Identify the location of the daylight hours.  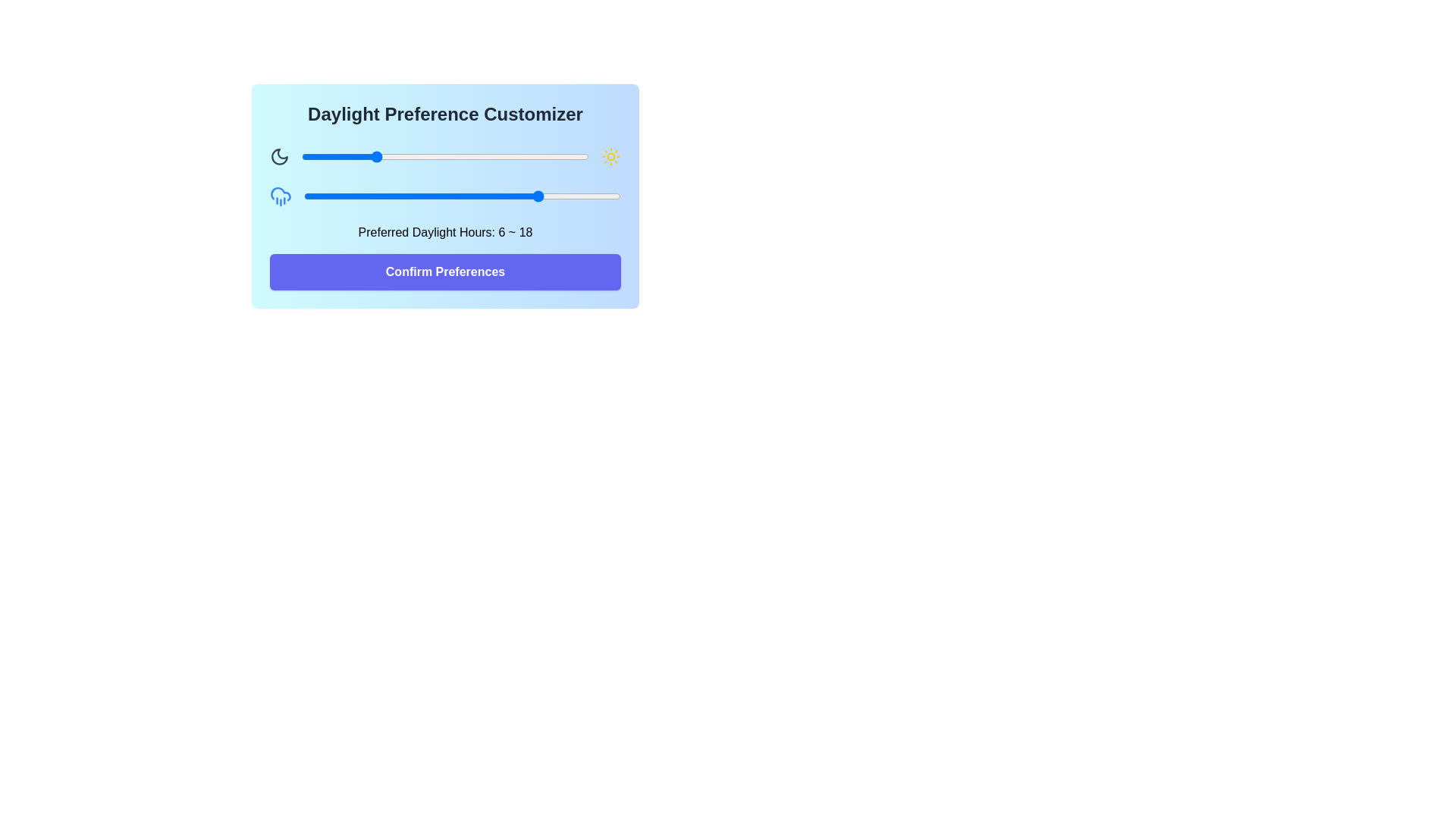
(385, 157).